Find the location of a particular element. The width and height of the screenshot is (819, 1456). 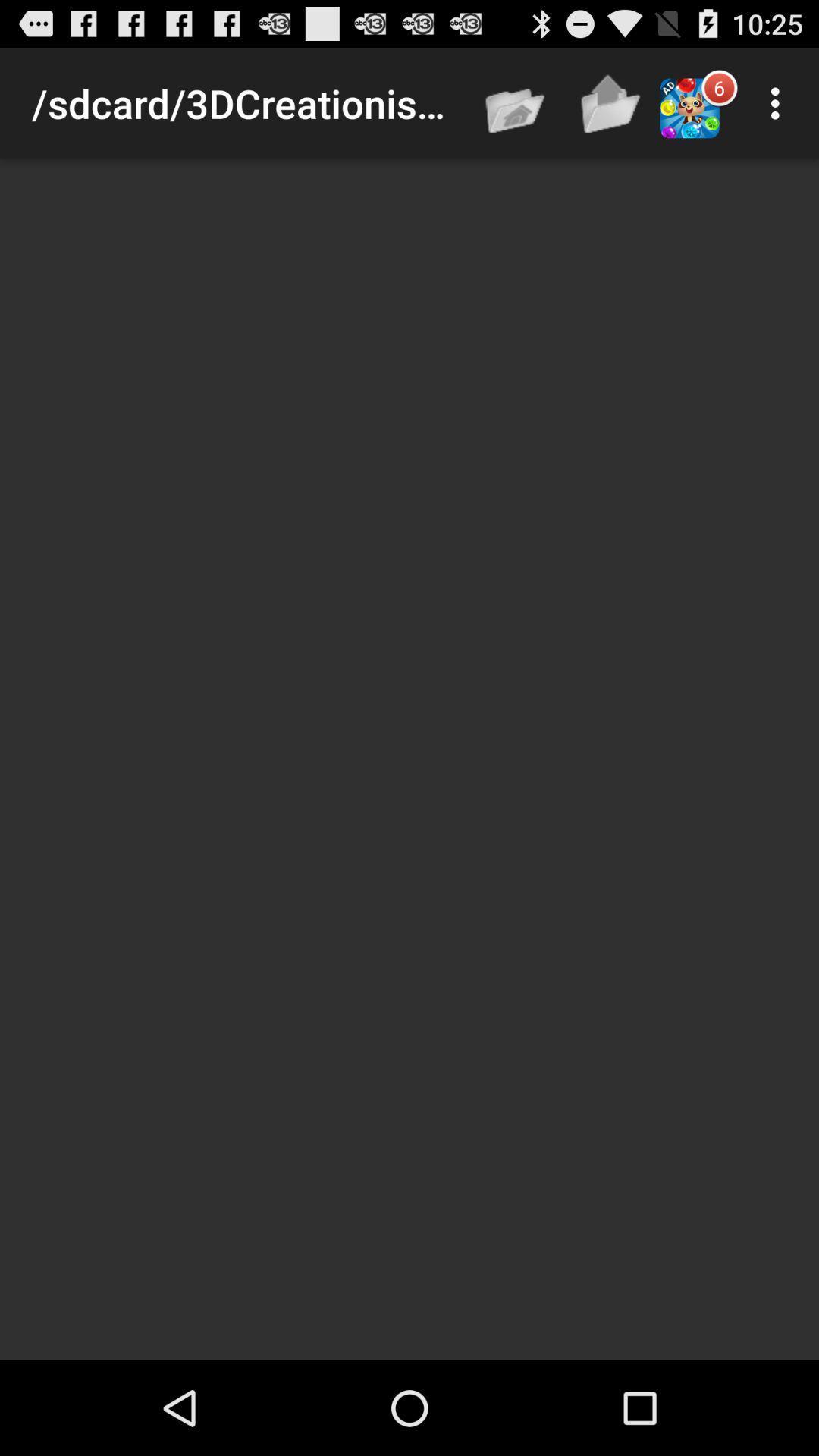

the item to the right of sdcard 3dcreationist saved_1 item is located at coordinates (516, 102).